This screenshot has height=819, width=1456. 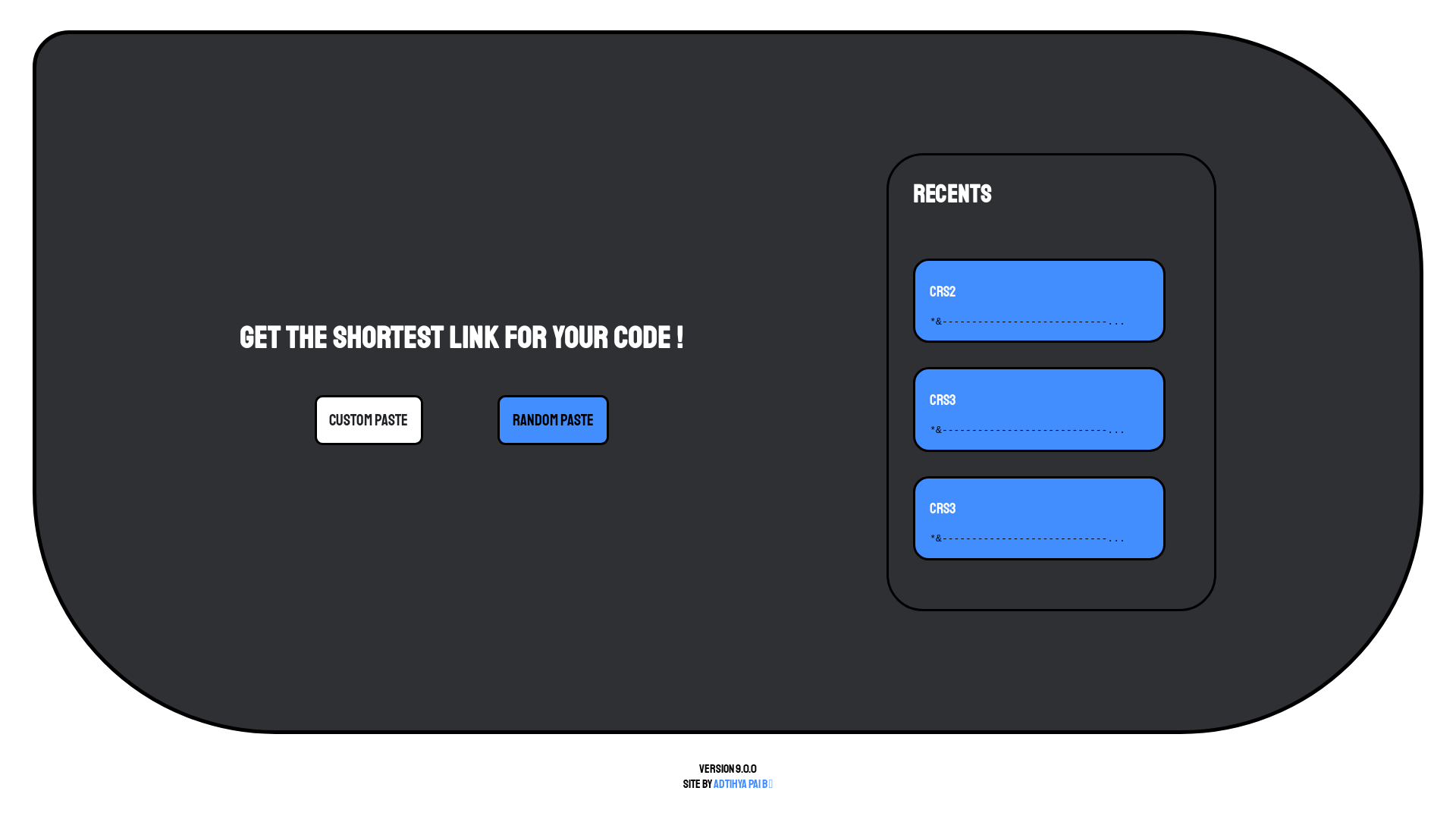 What do you see at coordinates (369, 419) in the screenshot?
I see `'Custom paste'` at bounding box center [369, 419].